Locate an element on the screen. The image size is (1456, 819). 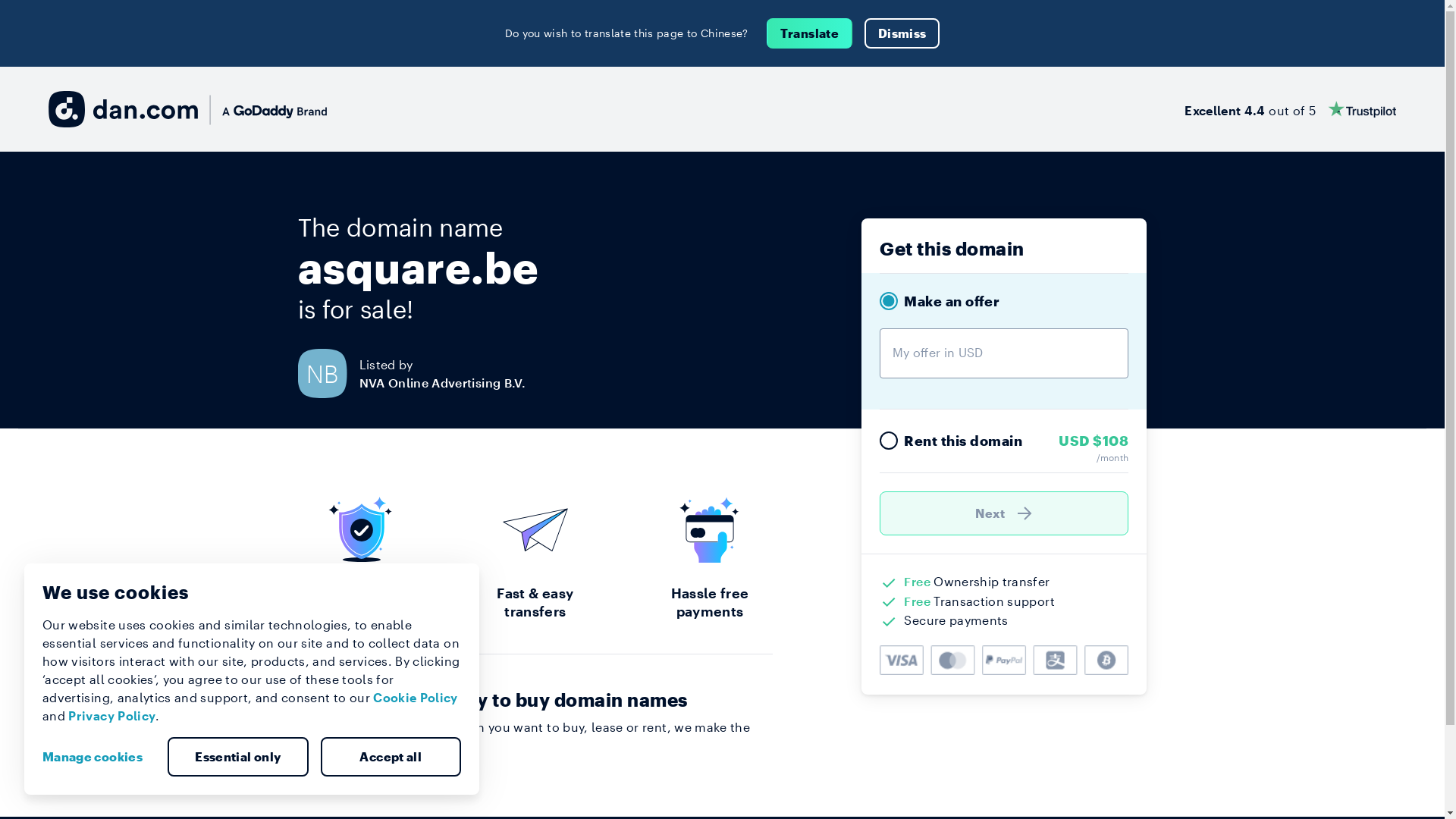
'Excellent 4.4 out of 5' is located at coordinates (1289, 108).